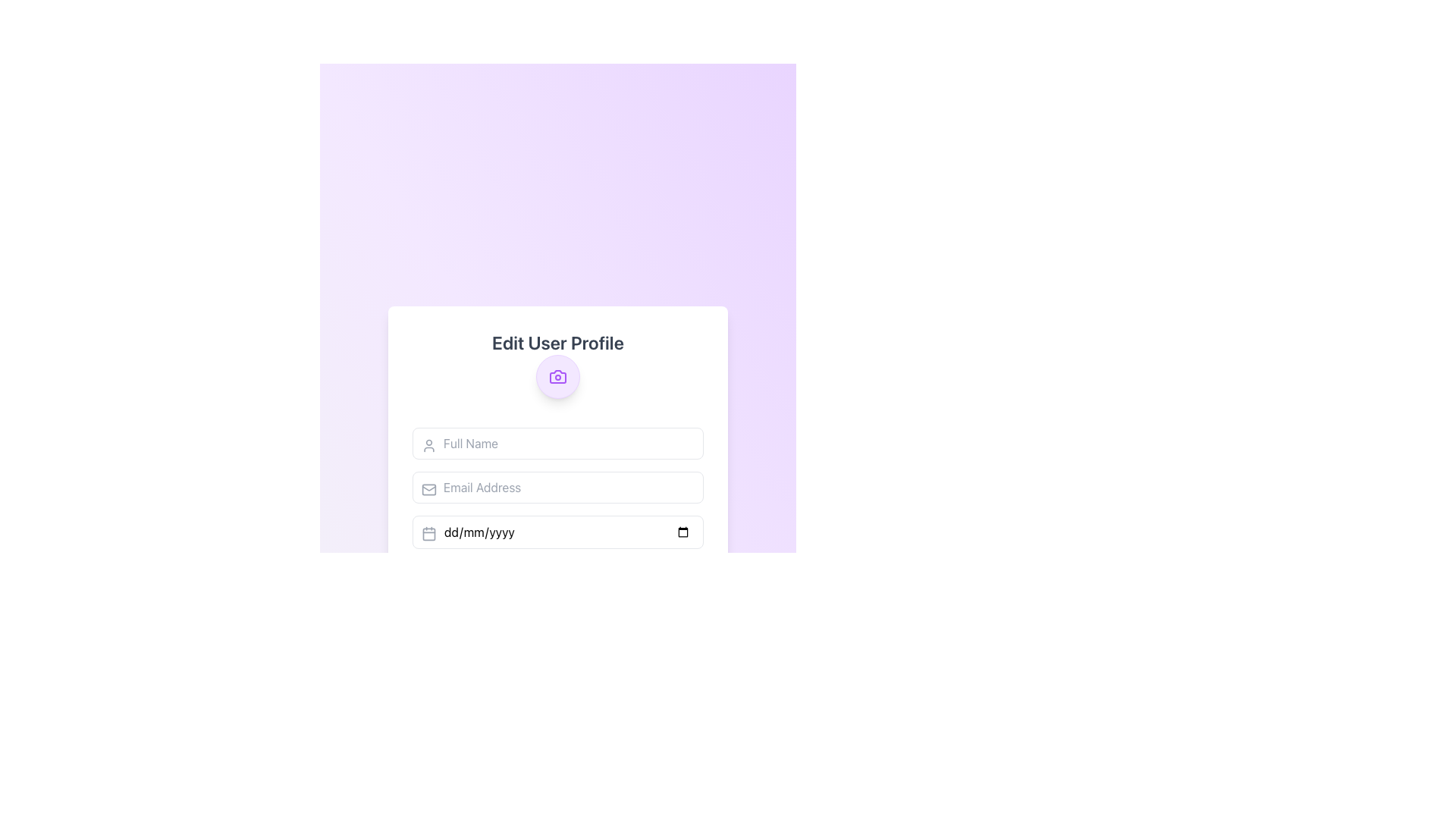  What do you see at coordinates (428, 533) in the screenshot?
I see `the small gray outlined calendar icon located to the left of the 'Birth Date' input field in the third input row of the form` at bounding box center [428, 533].